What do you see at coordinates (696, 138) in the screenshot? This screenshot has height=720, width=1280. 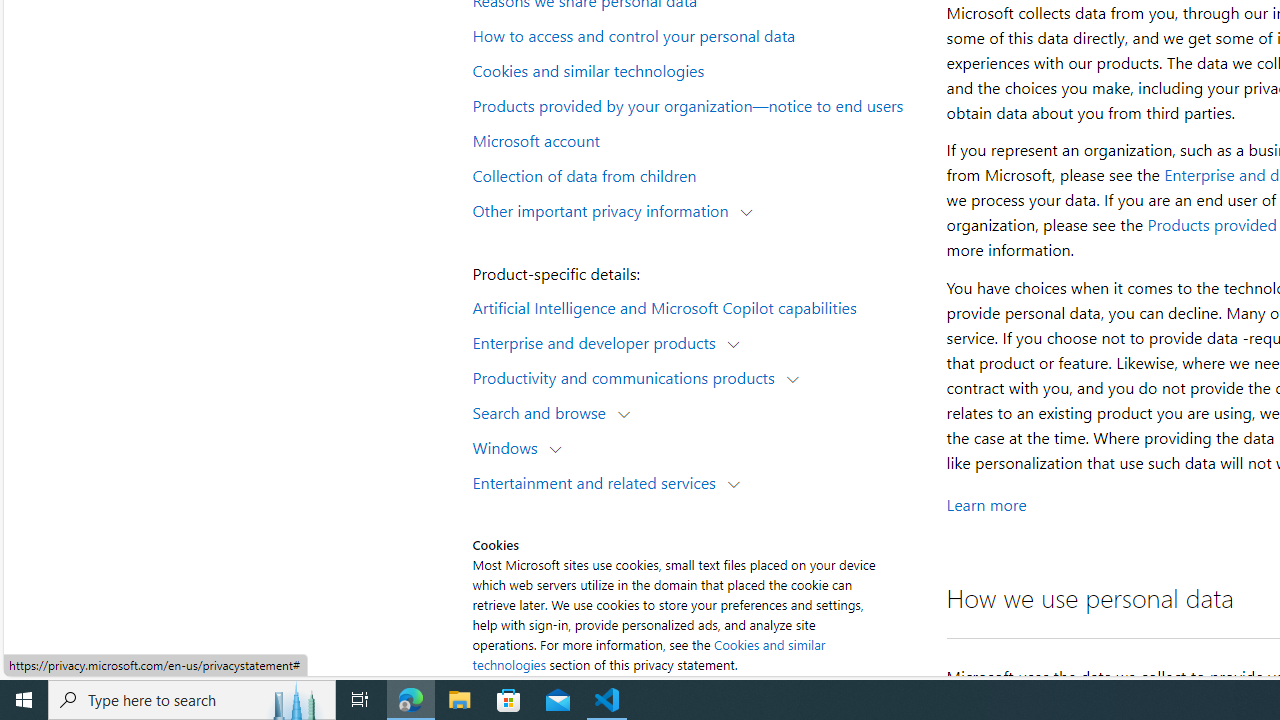 I see `'Microsoft account'` at bounding box center [696, 138].